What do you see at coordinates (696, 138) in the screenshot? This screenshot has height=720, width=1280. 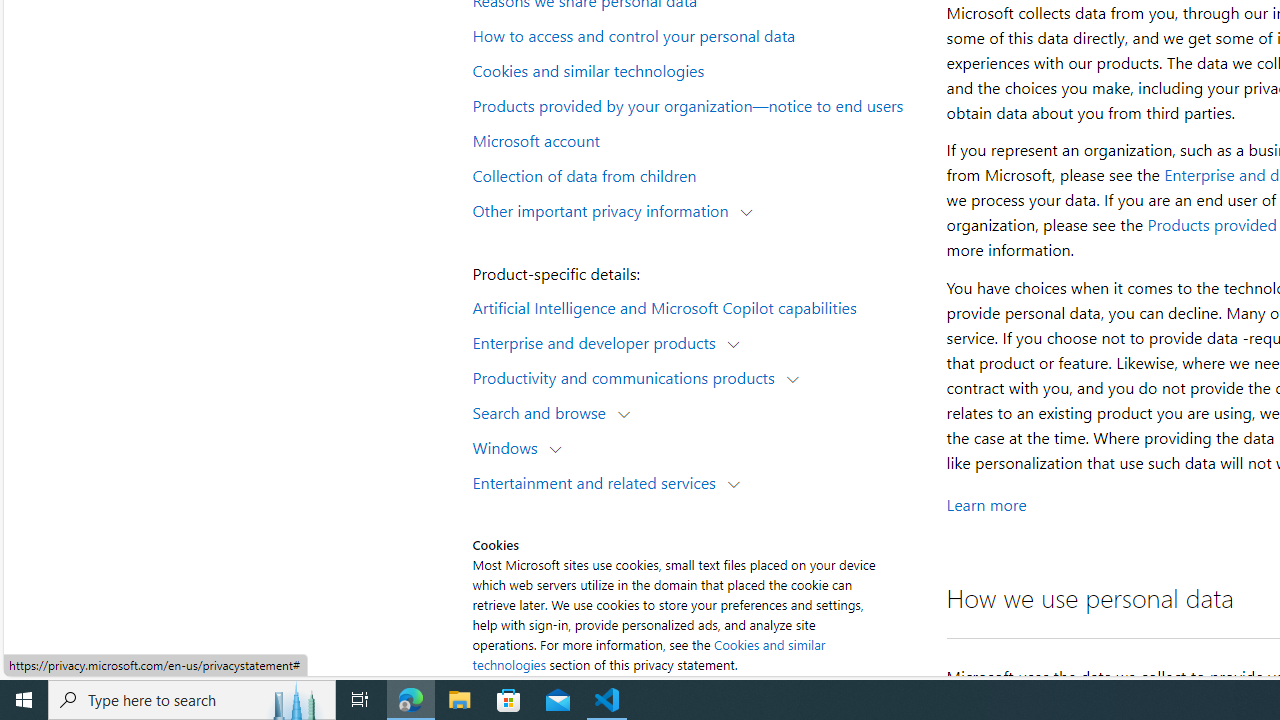 I see `'Microsoft account'` at bounding box center [696, 138].